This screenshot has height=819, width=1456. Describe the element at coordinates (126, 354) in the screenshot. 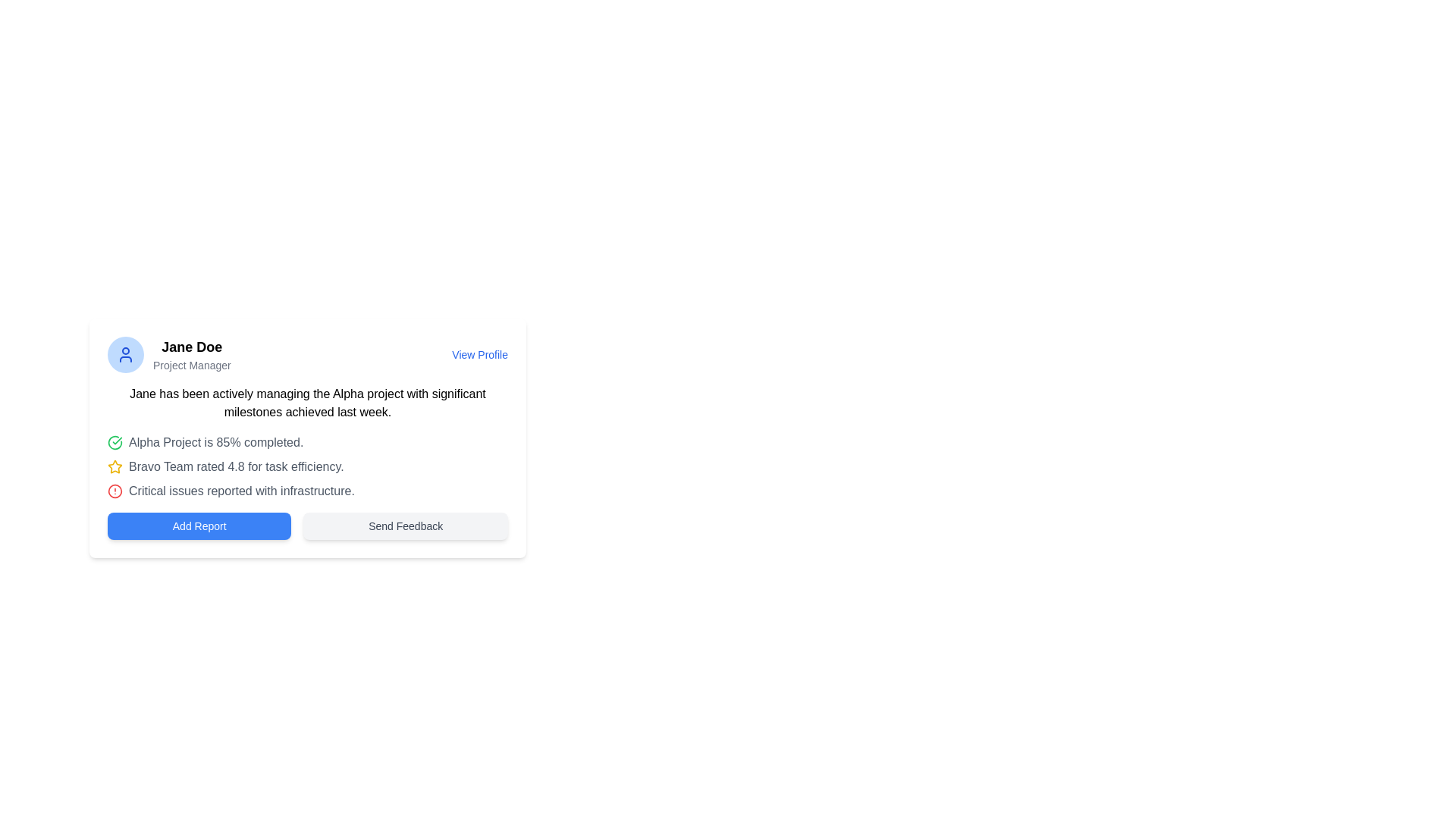

I see `the user icon, which is outlined in blue and located within a circular blue background in the top-left corner of the card containing 'Jane Doe's profile information` at that location.